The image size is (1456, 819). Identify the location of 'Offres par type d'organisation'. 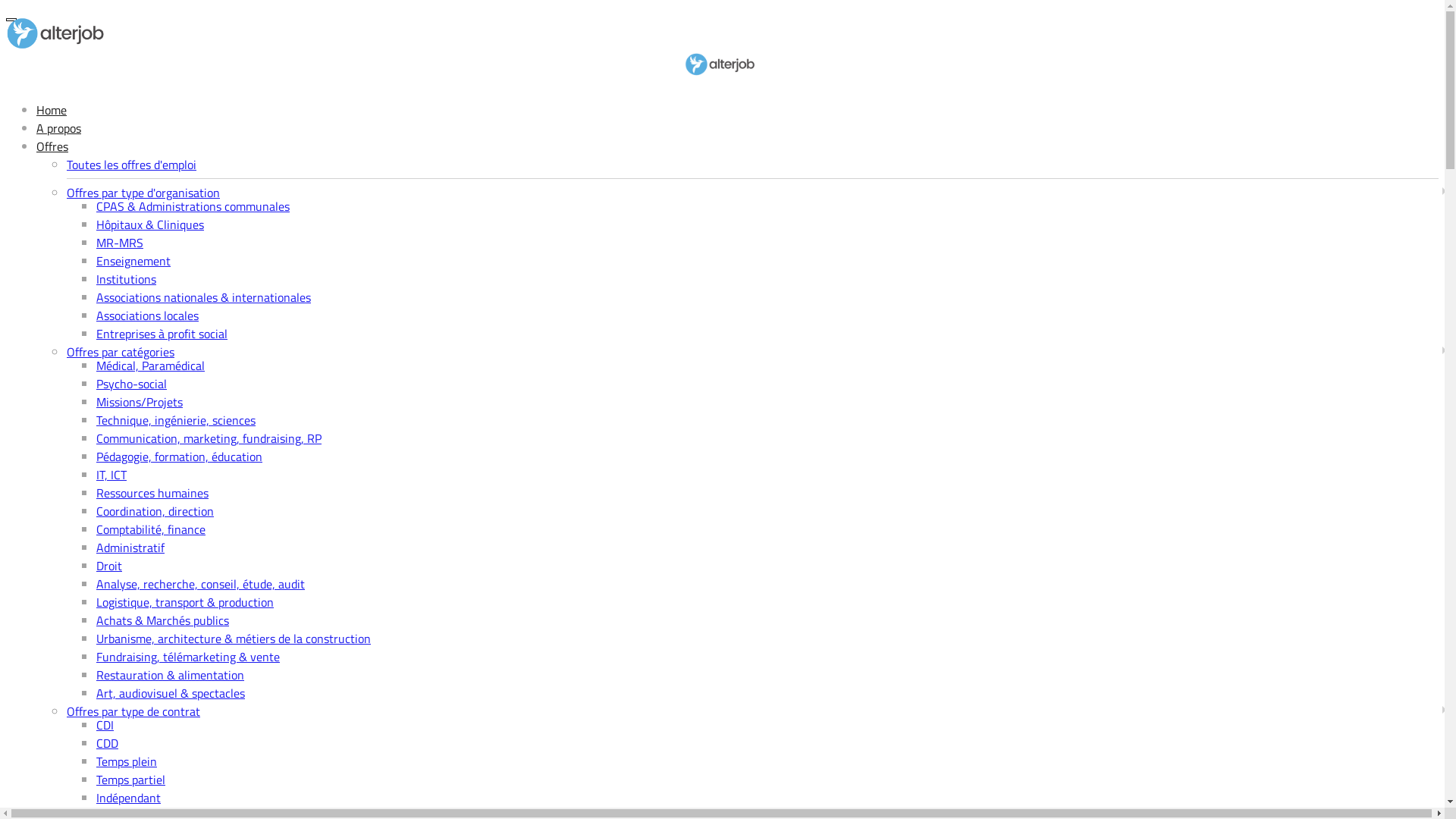
(143, 192).